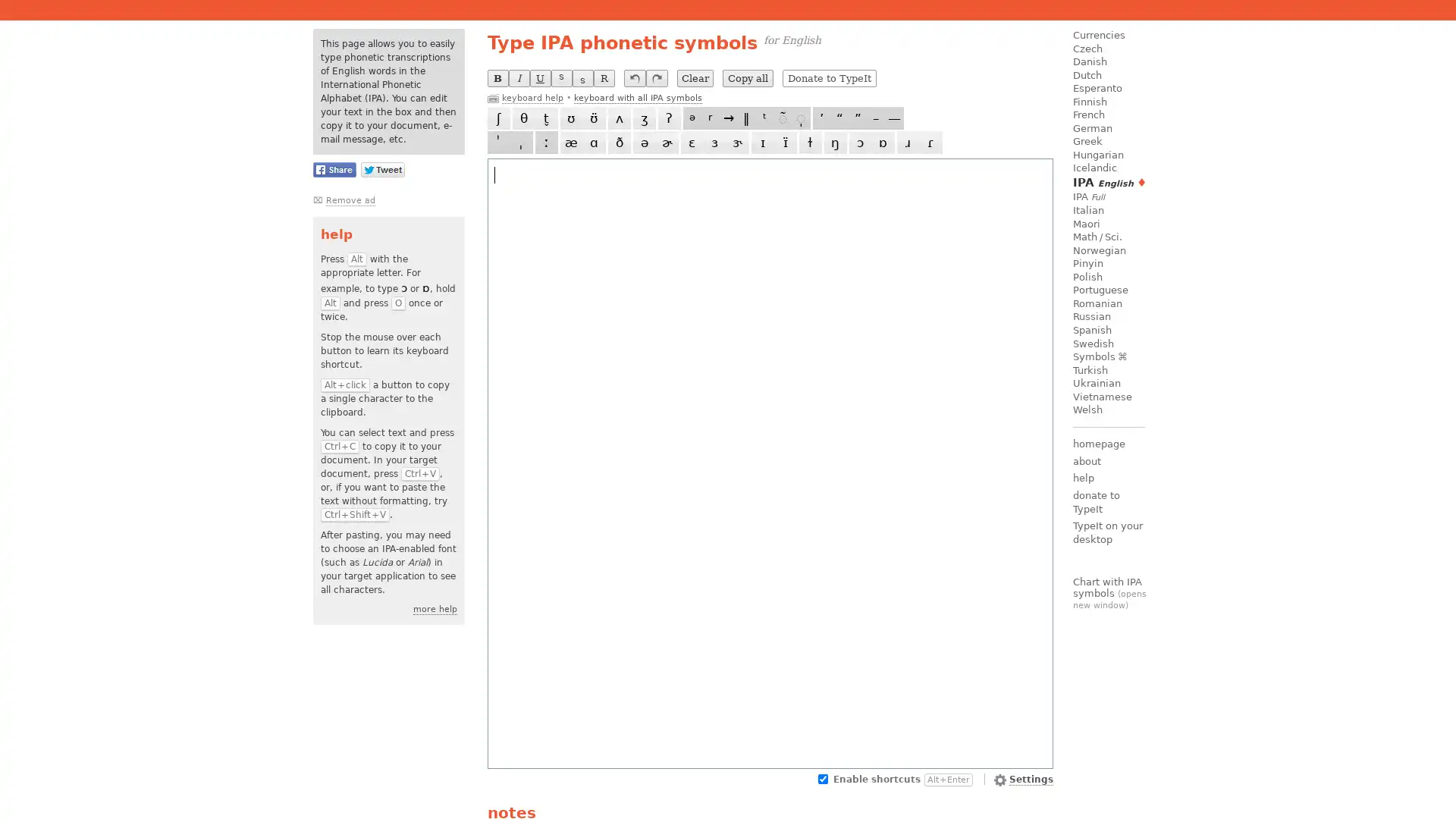 Image resolution: width=1456 pixels, height=819 pixels. I want to click on S, so click(560, 78).